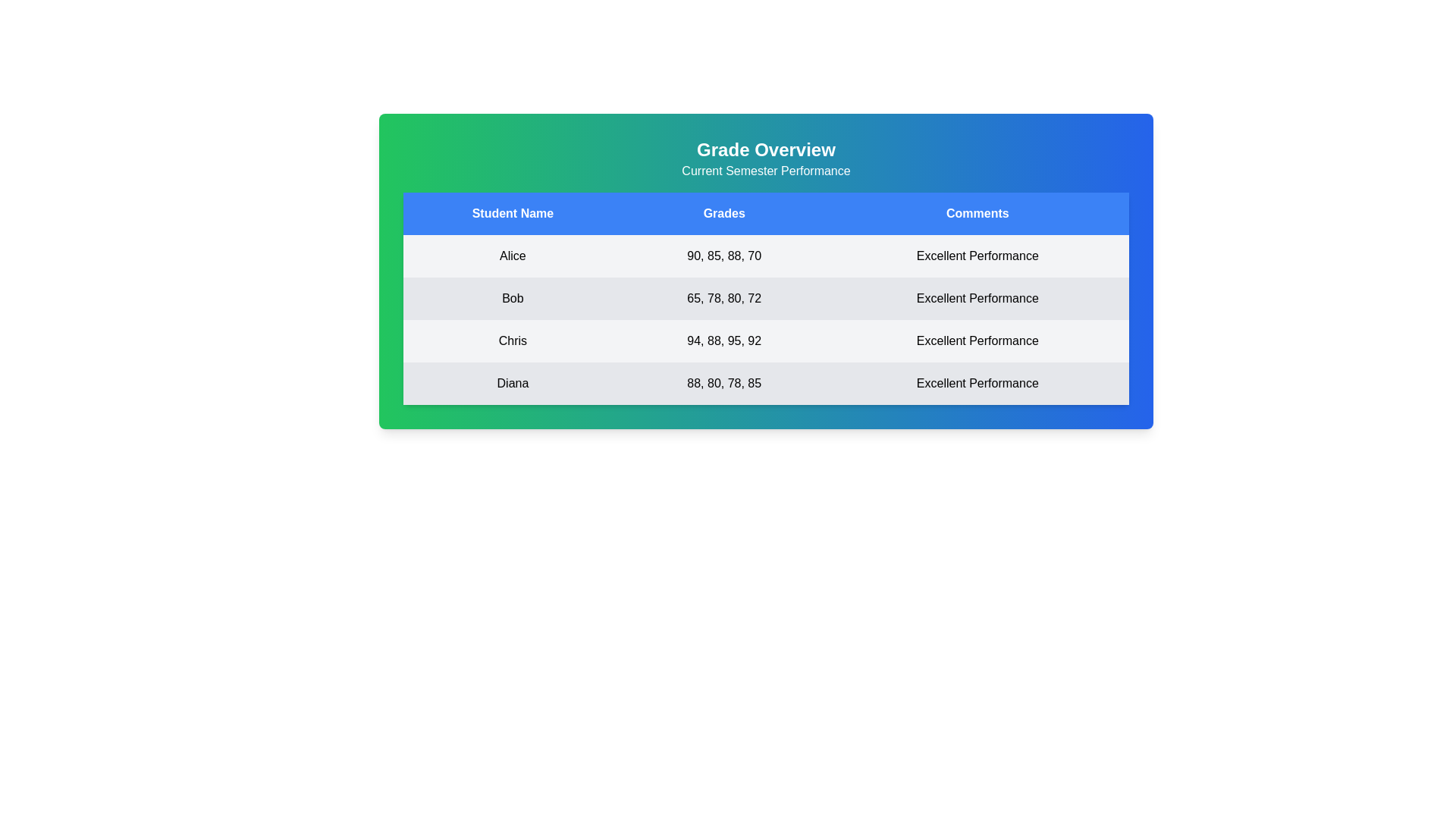 The height and width of the screenshot is (819, 1456). Describe the element at coordinates (766, 382) in the screenshot. I see `the row corresponding to Diana to observe hover effects` at that location.